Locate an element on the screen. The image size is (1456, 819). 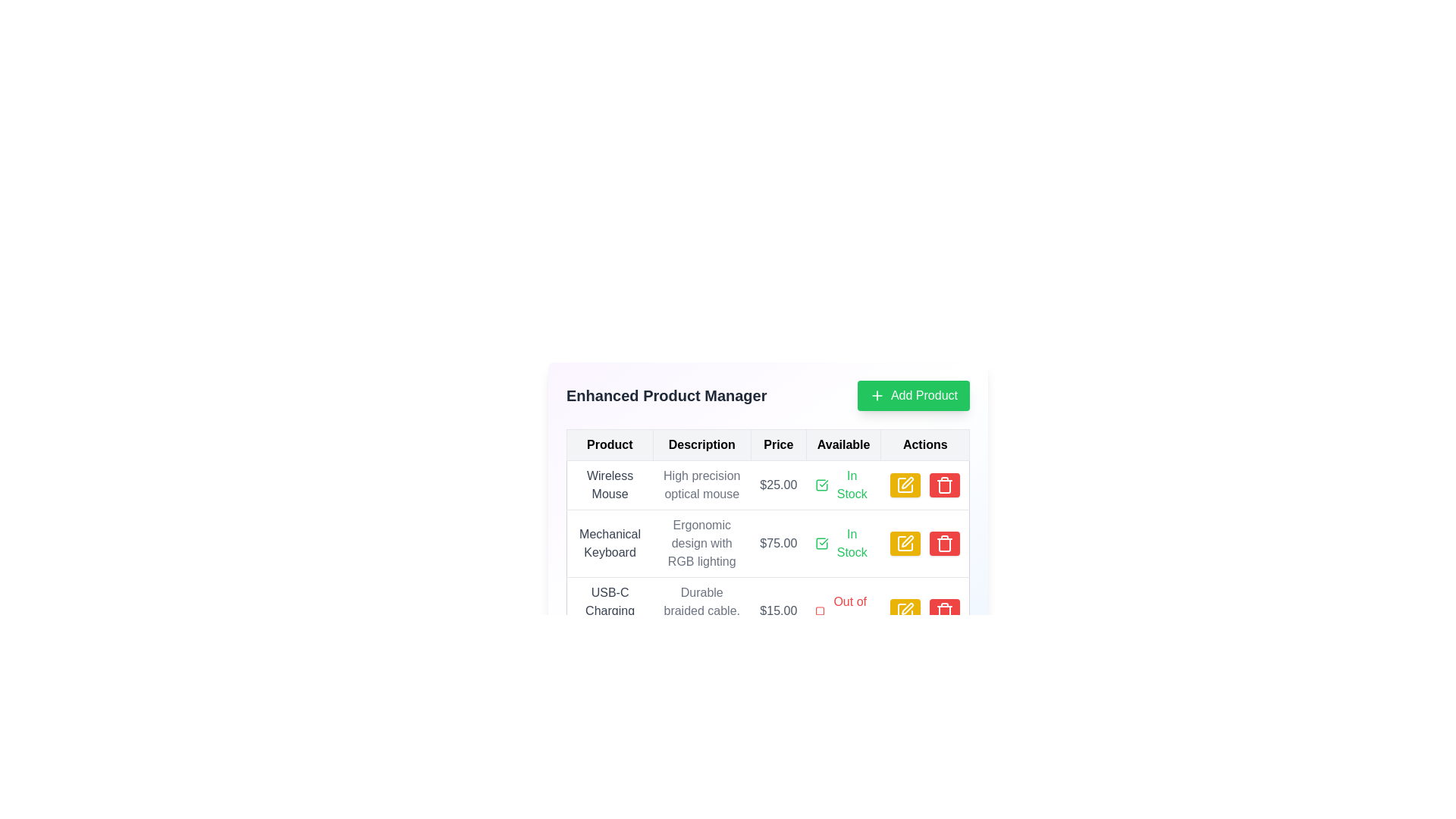
the central icon button in the 'Actions' column of the second row for the product 'Mechanical Keyboard' is located at coordinates (905, 543).